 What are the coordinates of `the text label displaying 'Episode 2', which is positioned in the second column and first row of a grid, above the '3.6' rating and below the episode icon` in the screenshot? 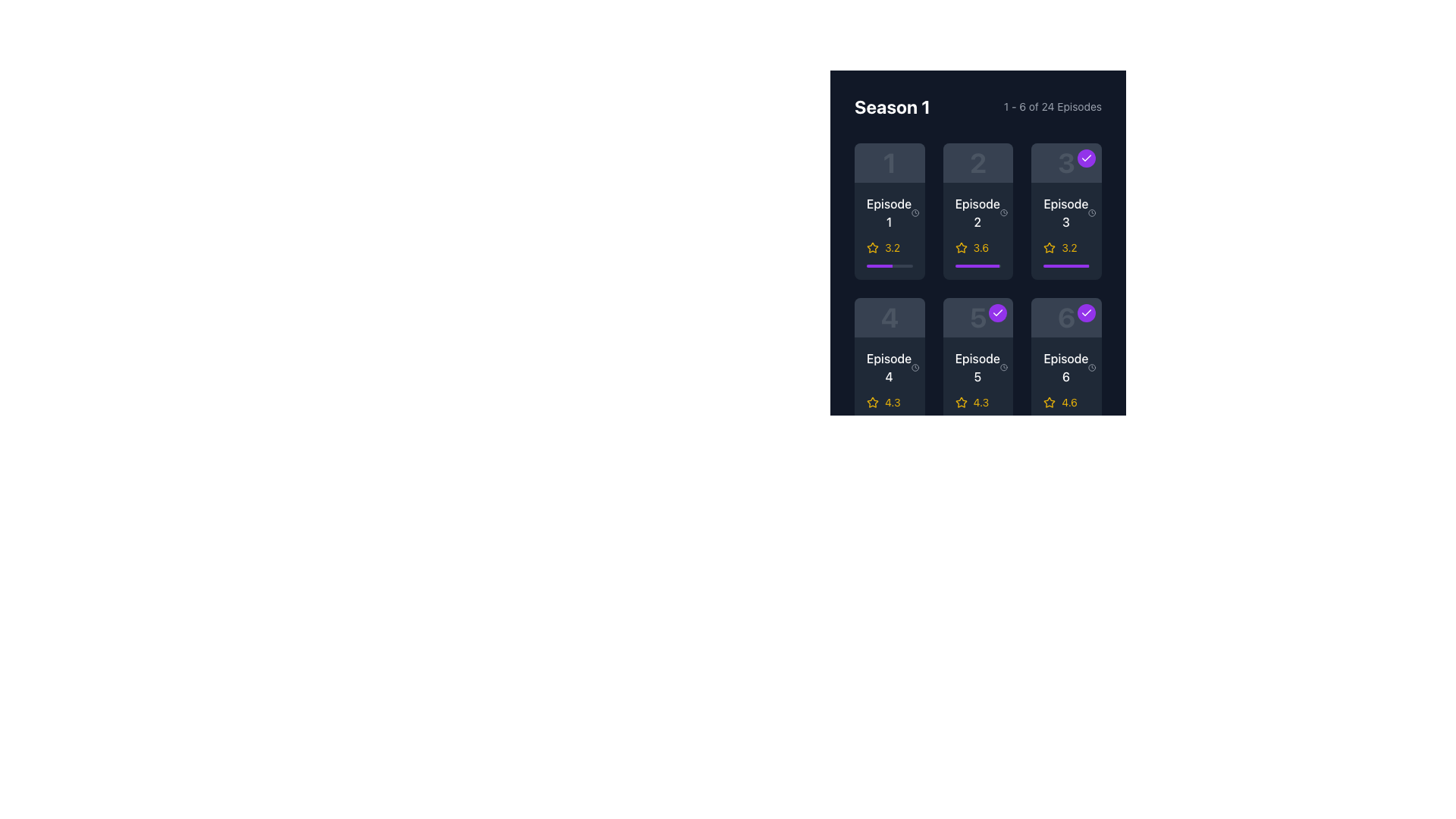 It's located at (977, 213).